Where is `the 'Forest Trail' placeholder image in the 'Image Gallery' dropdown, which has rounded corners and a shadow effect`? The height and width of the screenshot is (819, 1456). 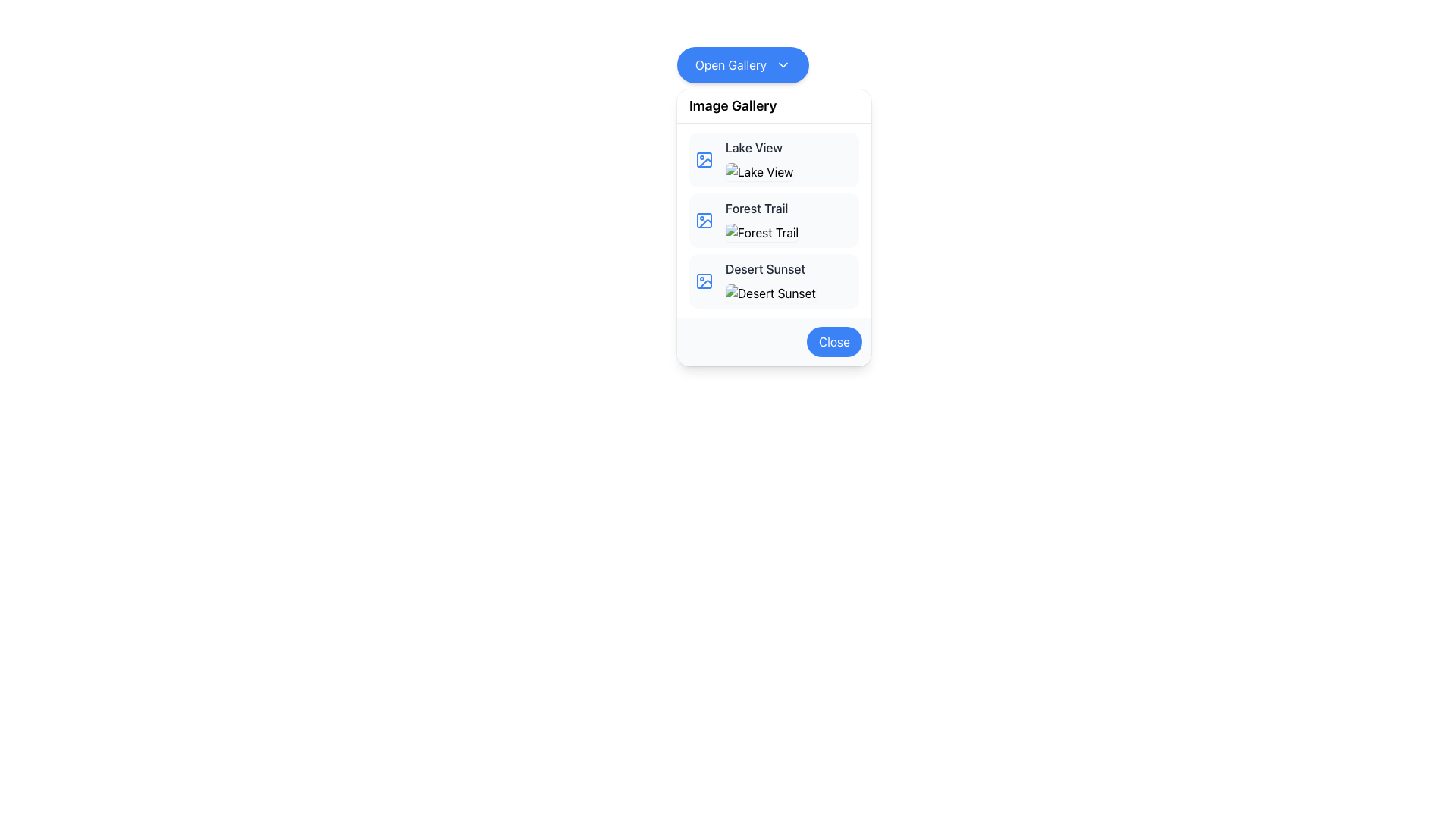 the 'Forest Trail' placeholder image in the 'Image Gallery' dropdown, which has rounded corners and a shadow effect is located at coordinates (762, 233).